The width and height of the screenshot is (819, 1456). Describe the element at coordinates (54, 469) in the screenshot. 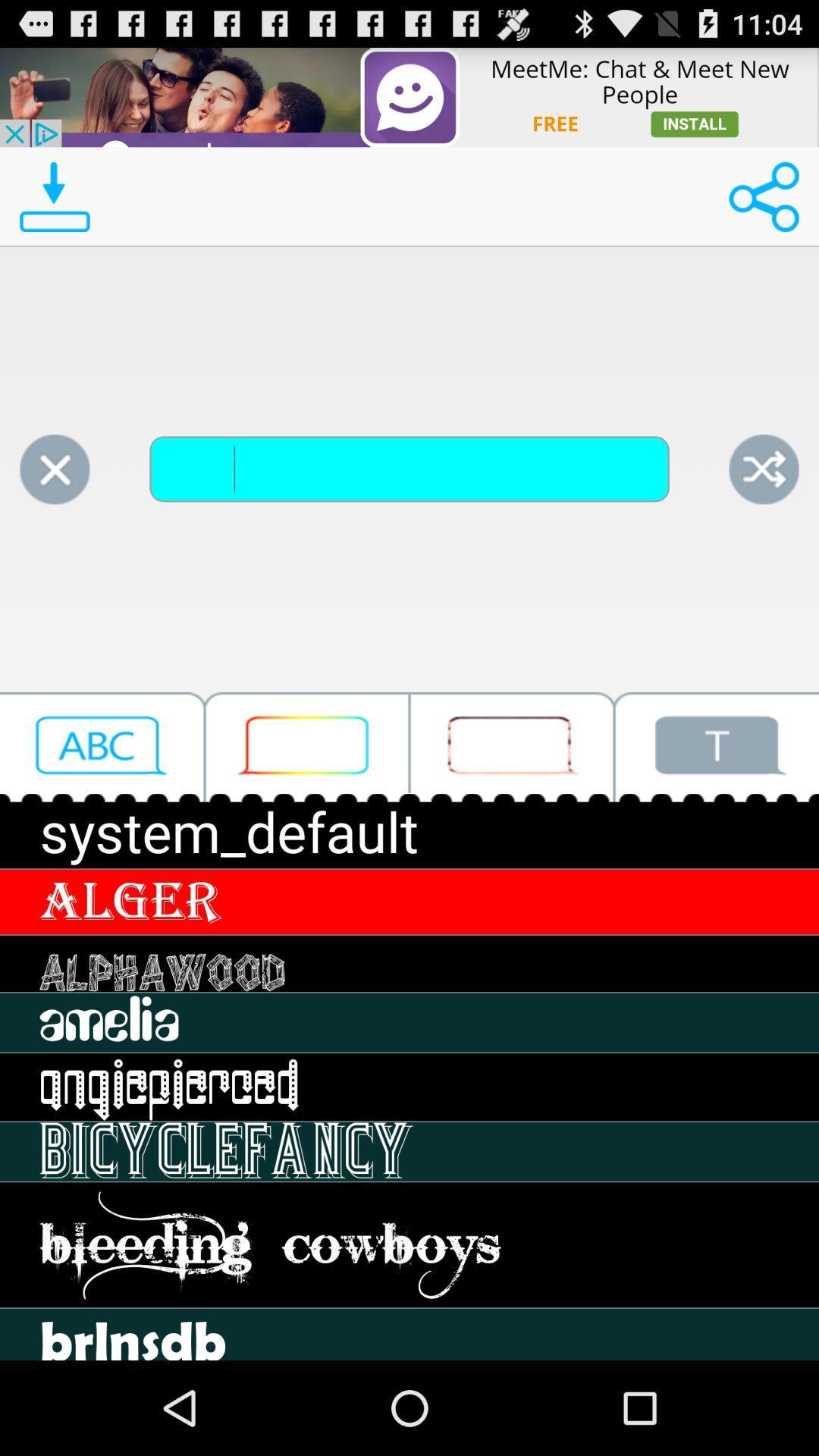

I see `cancel option` at that location.